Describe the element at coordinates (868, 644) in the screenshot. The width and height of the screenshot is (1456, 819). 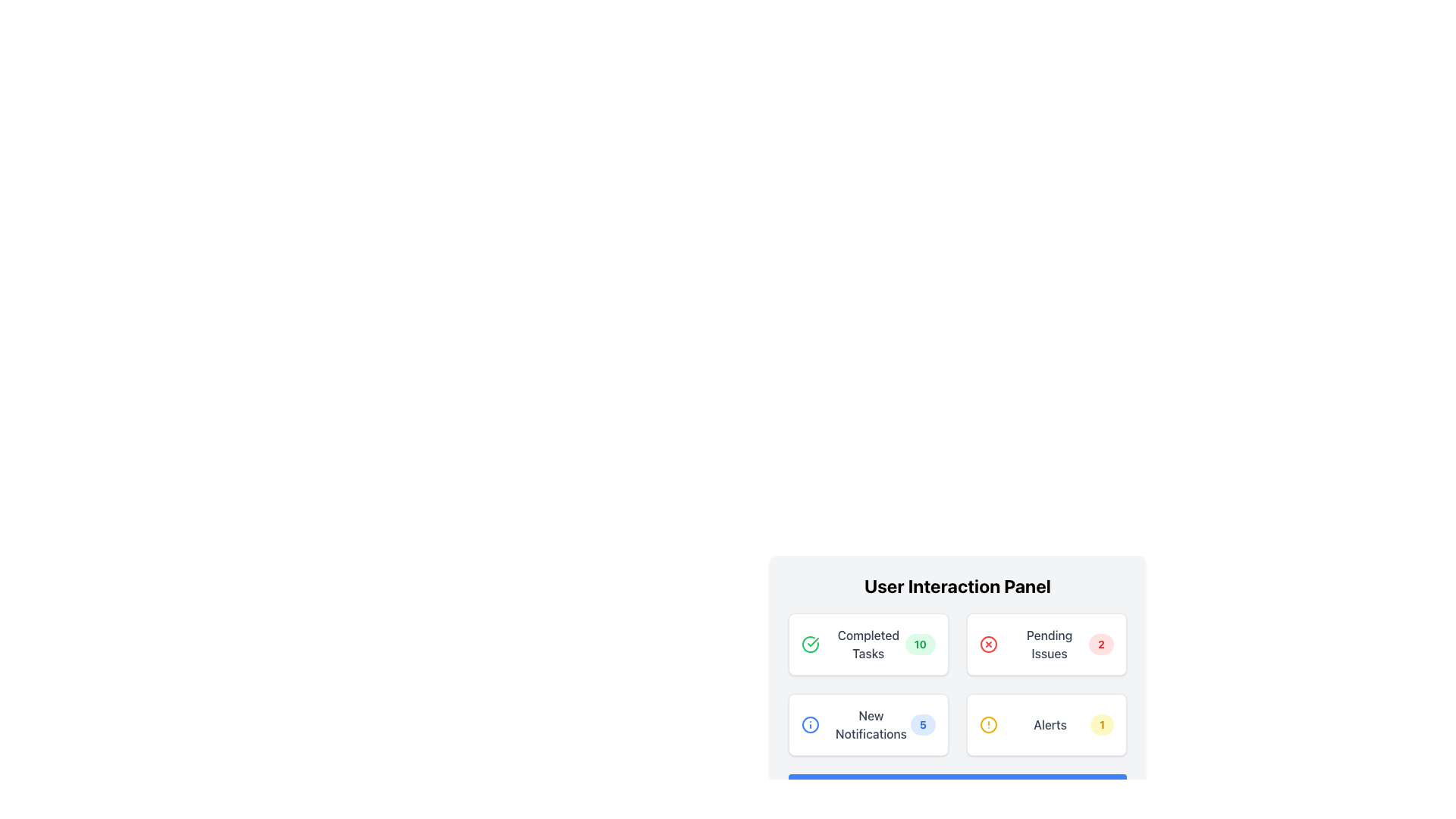
I see `the Informative card displaying completed tasks, located in the top left of the User Interaction Panel grid` at that location.